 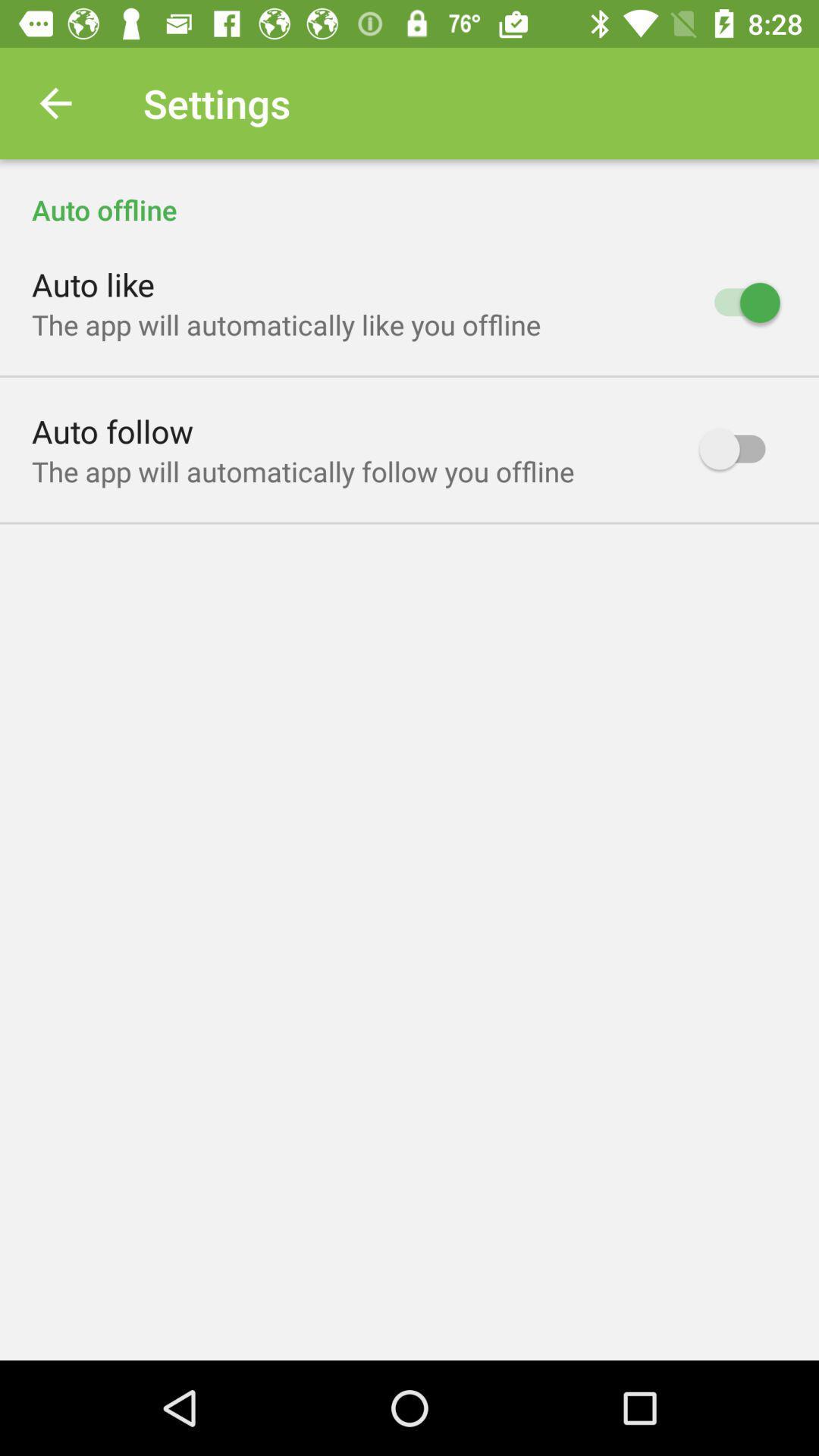 What do you see at coordinates (93, 284) in the screenshot?
I see `auto like icon` at bounding box center [93, 284].